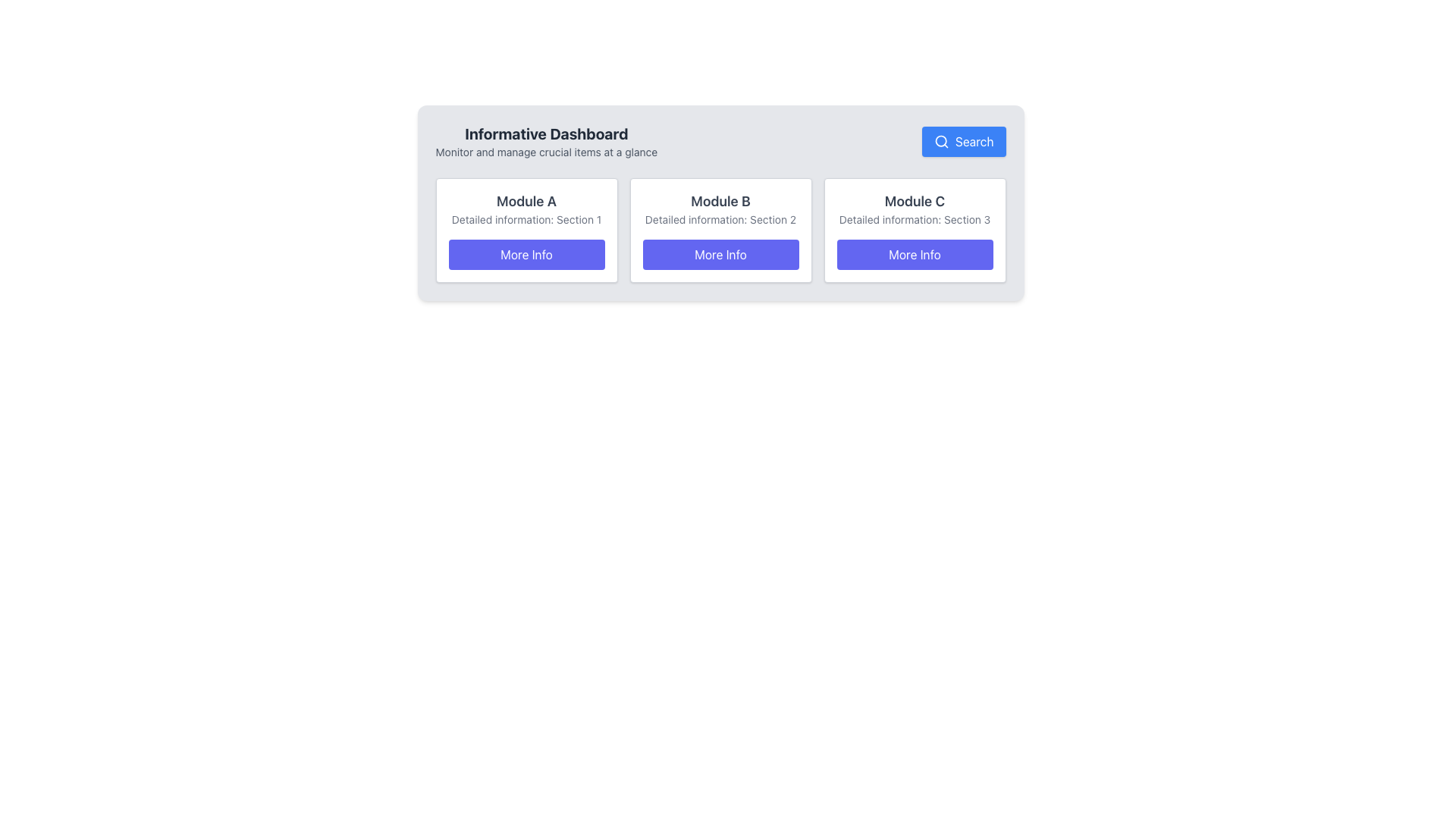  I want to click on the title text positioned at the top of the panel, which is grouped with 'More Info' button, so click(526, 201).